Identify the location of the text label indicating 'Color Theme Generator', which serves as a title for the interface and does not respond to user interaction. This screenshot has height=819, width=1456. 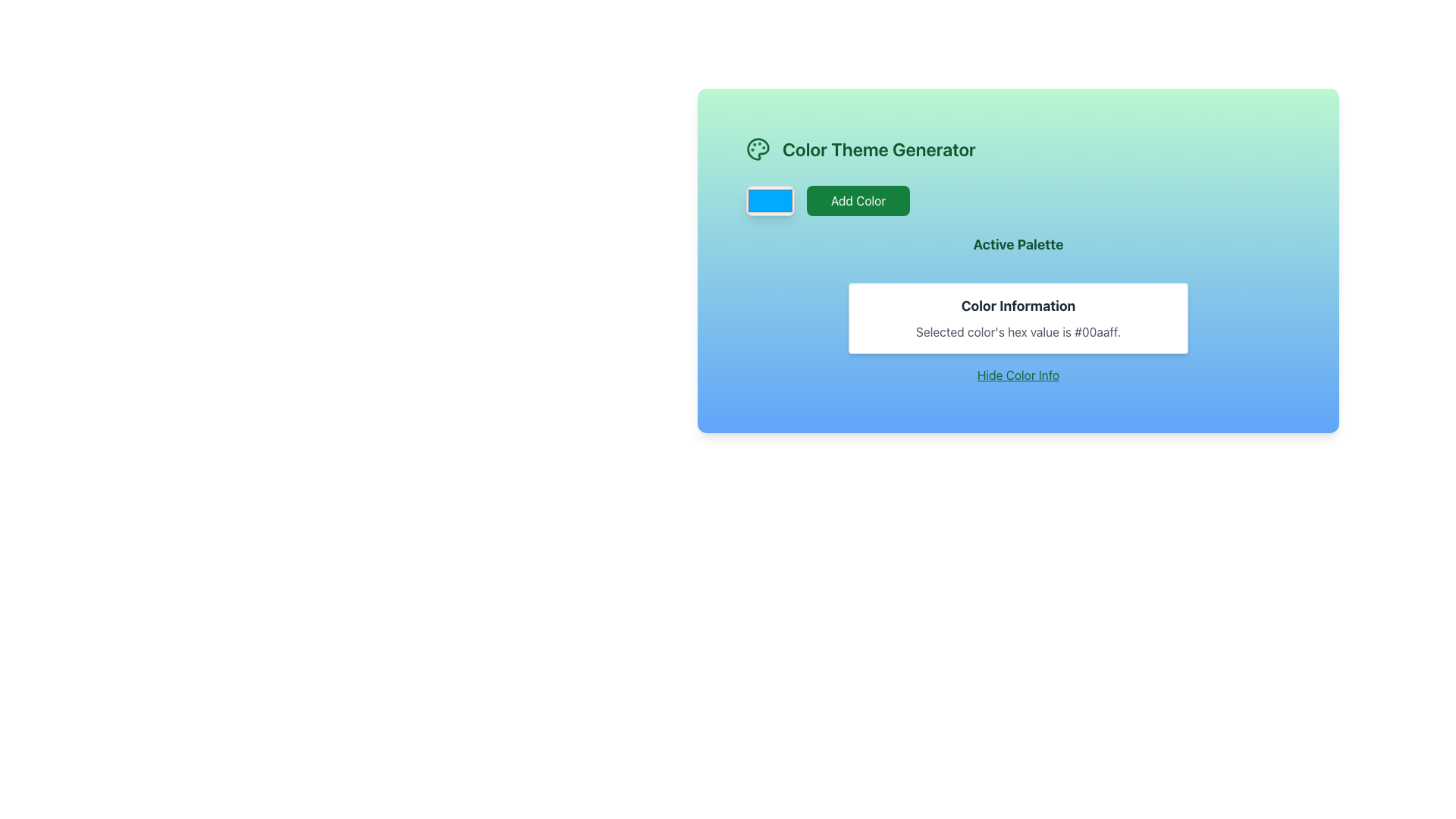
(879, 149).